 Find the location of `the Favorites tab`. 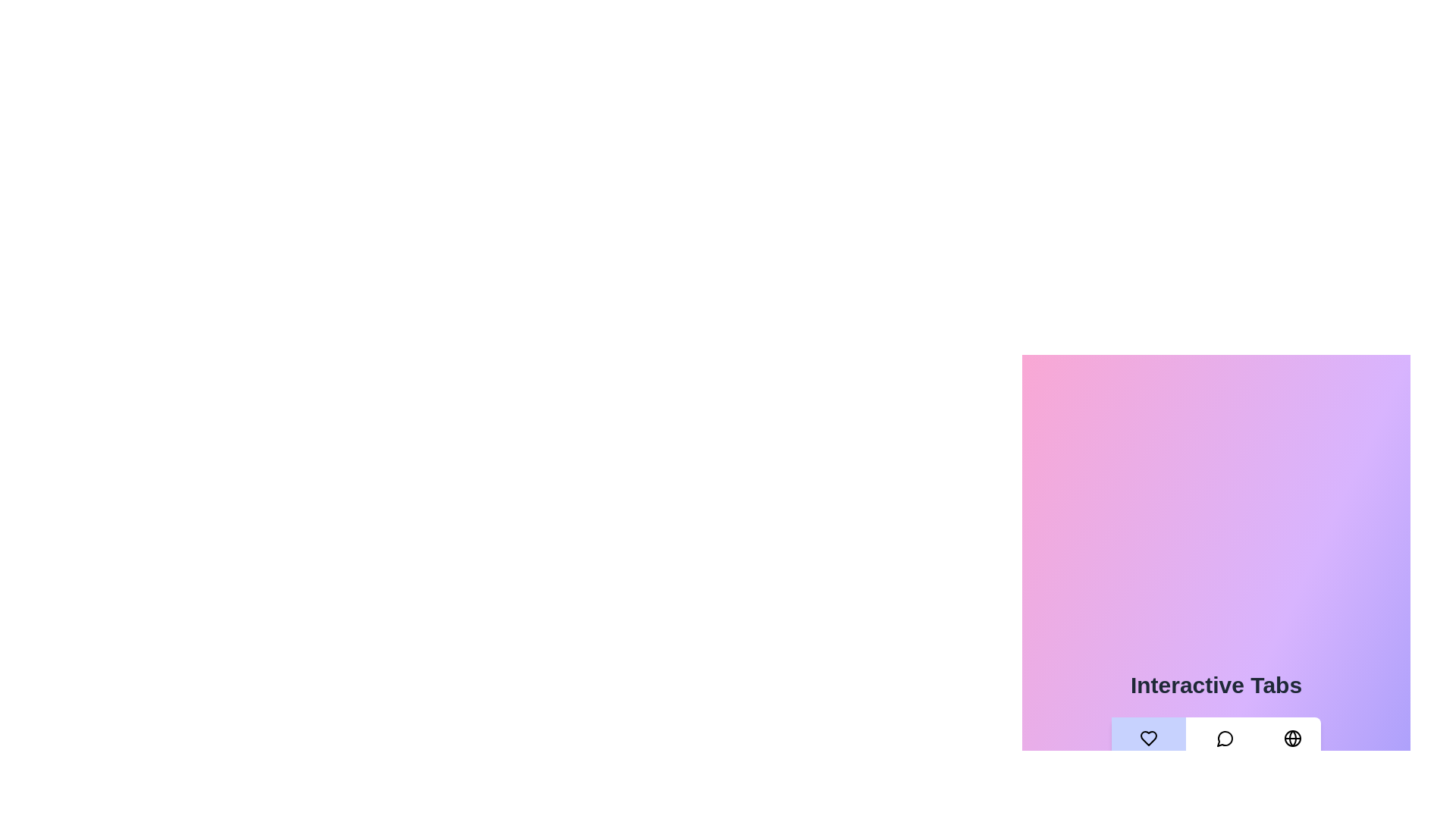

the Favorites tab is located at coordinates (1148, 751).